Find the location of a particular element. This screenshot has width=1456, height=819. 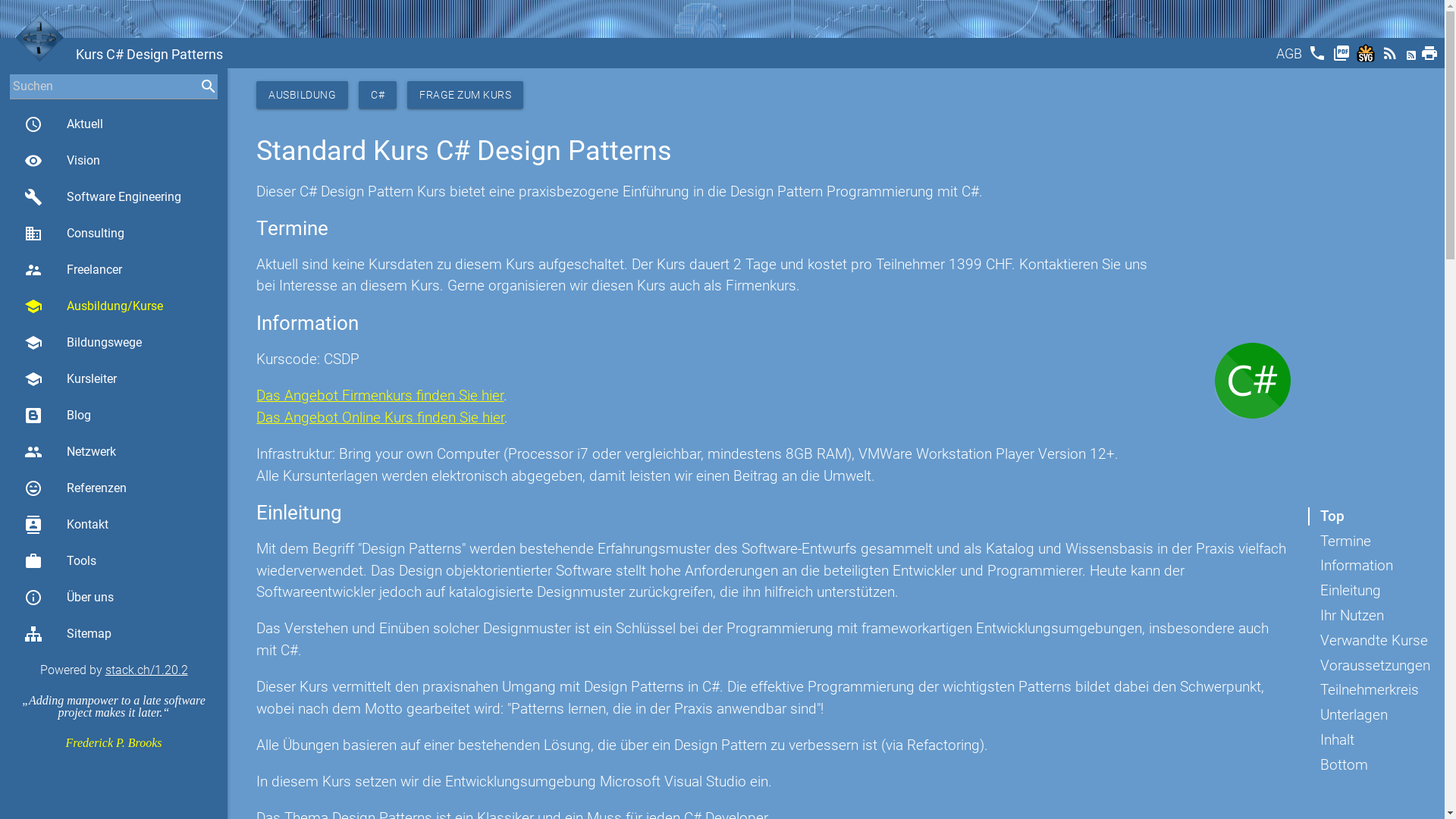

'sentiment_very_satisfied is located at coordinates (112, 488).